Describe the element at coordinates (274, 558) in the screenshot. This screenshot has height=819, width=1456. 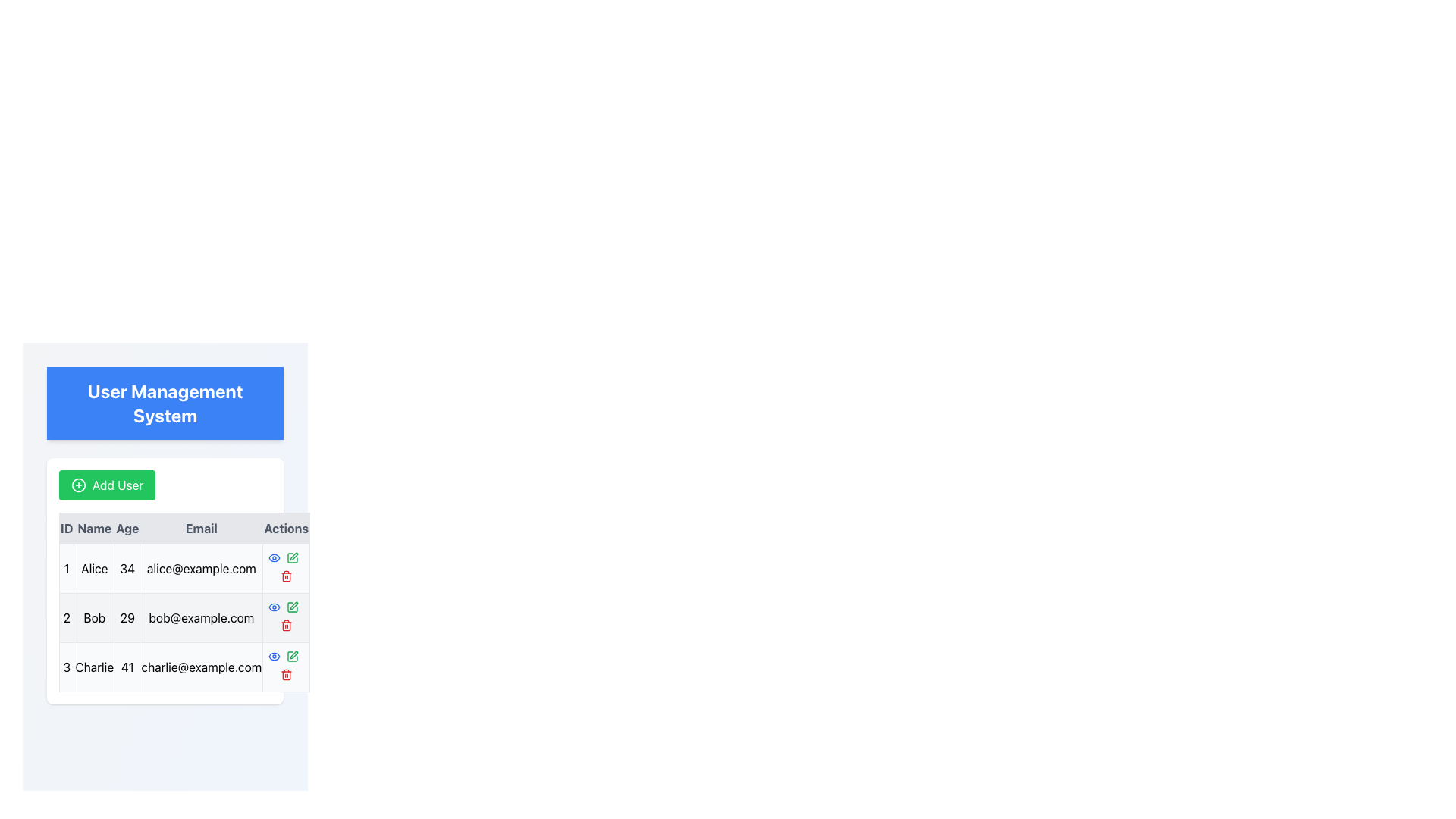
I see `the 'view' icon in the Actions column for the second row corresponding to the entry for 'Bob'` at that location.